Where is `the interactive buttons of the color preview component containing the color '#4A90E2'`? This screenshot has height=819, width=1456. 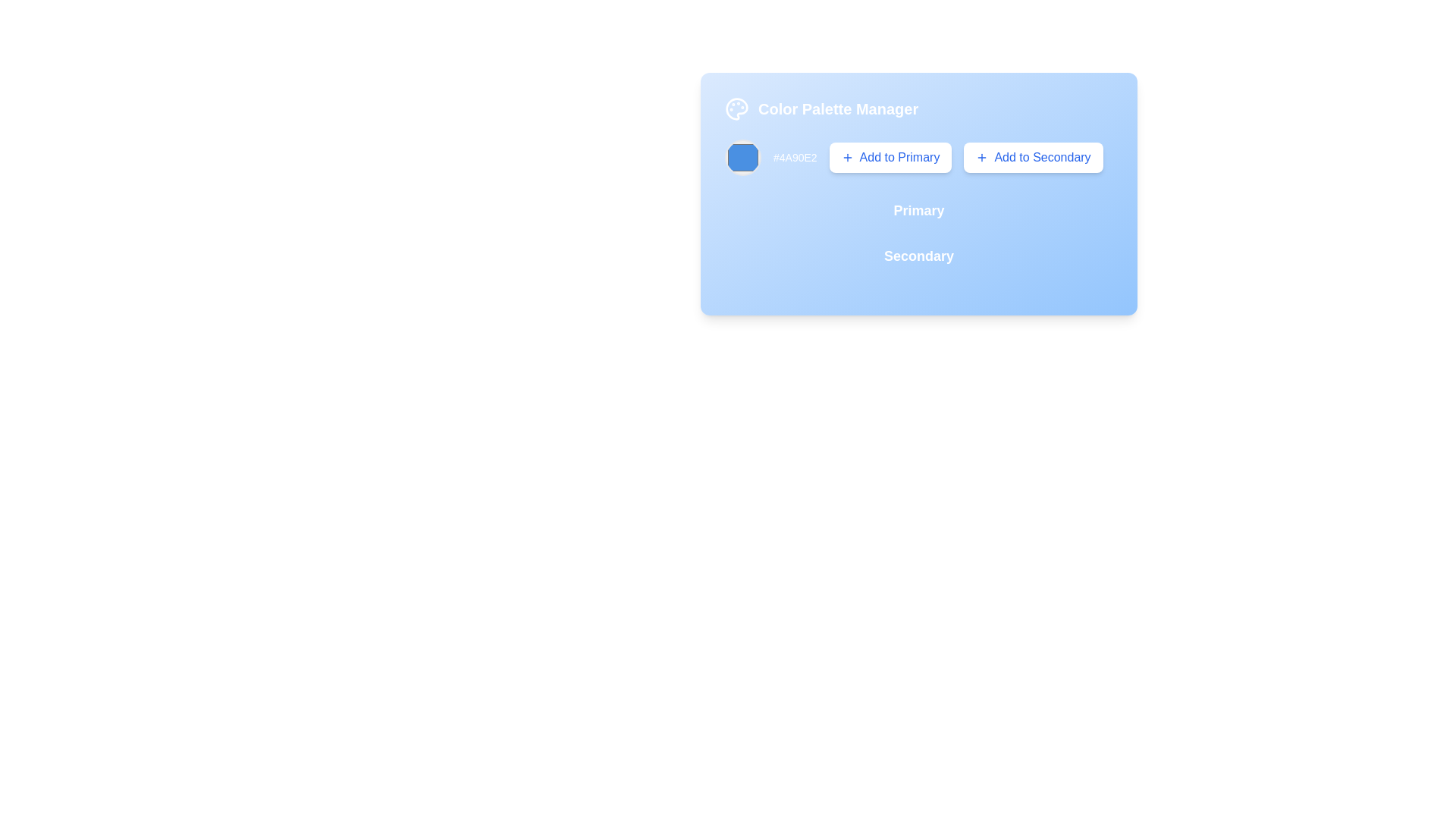
the interactive buttons of the color preview component containing the color '#4A90E2' is located at coordinates (918, 158).